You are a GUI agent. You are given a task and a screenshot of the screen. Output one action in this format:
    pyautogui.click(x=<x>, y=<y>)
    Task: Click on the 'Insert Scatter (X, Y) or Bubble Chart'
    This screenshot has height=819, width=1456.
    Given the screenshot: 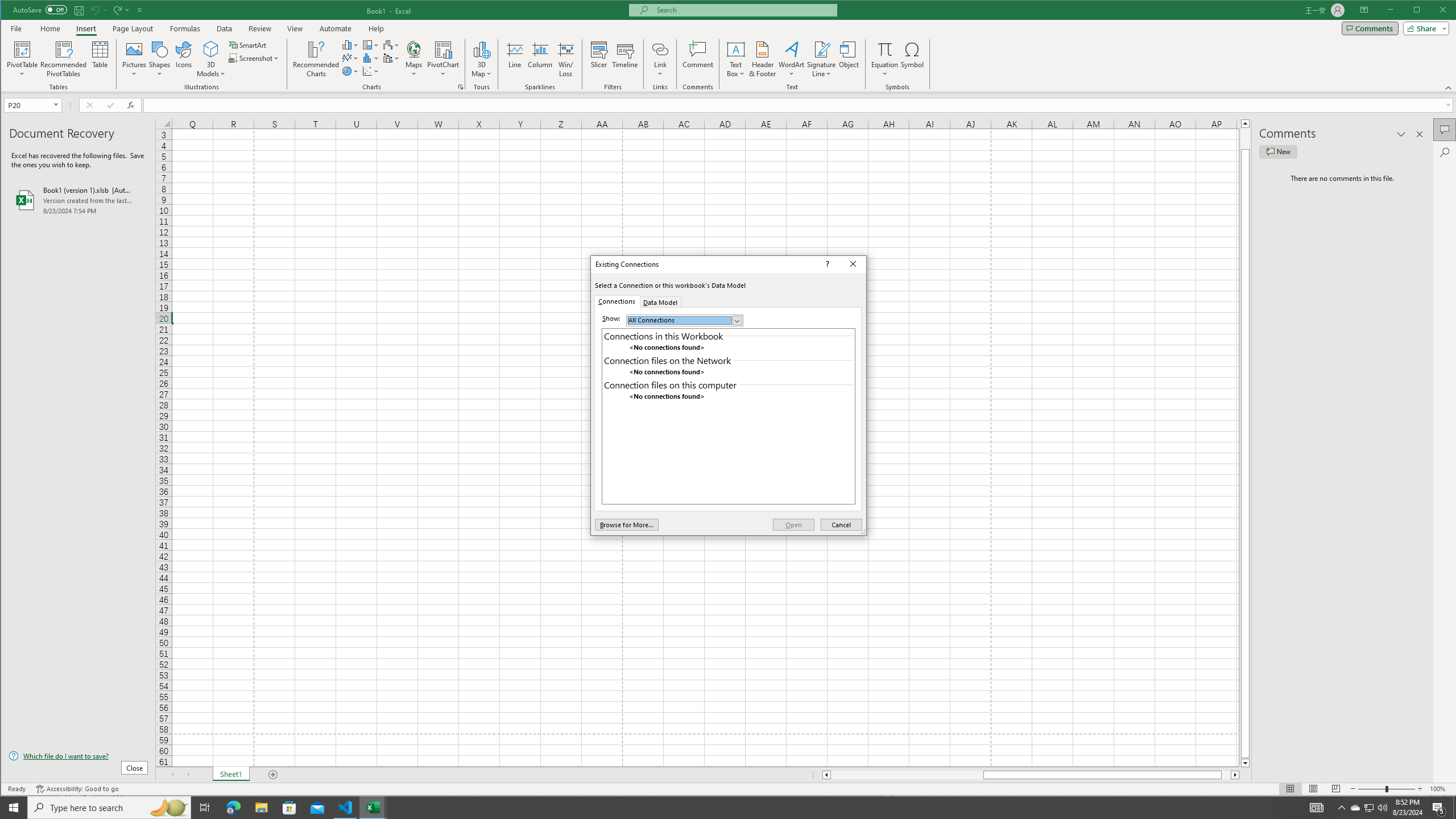 What is the action you would take?
    pyautogui.click(x=371, y=71)
    